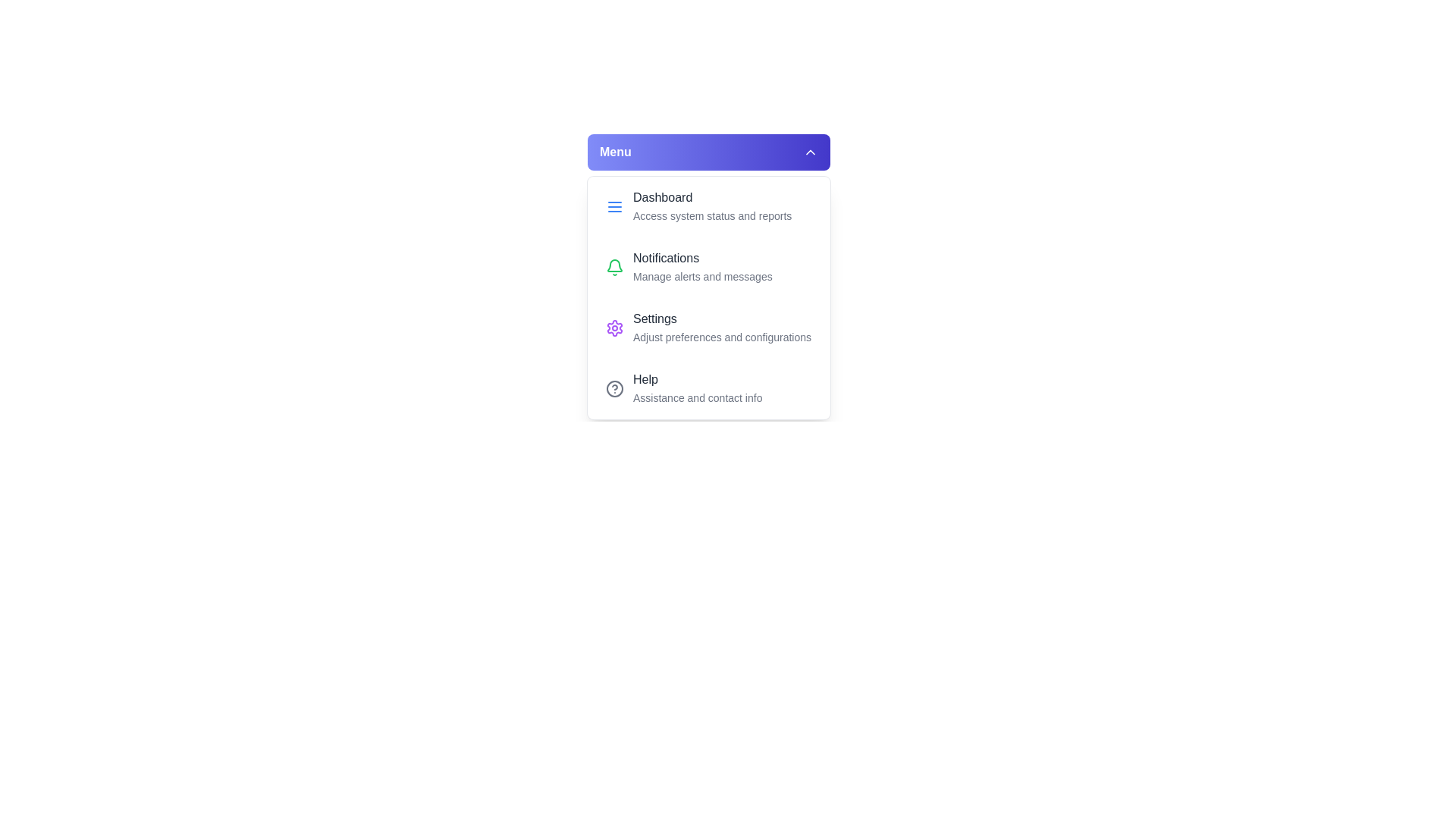  What do you see at coordinates (721, 336) in the screenshot?
I see `the secondary descriptive text under the 'Settings' section in the dropdown menu panel located in the top left region of the interface` at bounding box center [721, 336].